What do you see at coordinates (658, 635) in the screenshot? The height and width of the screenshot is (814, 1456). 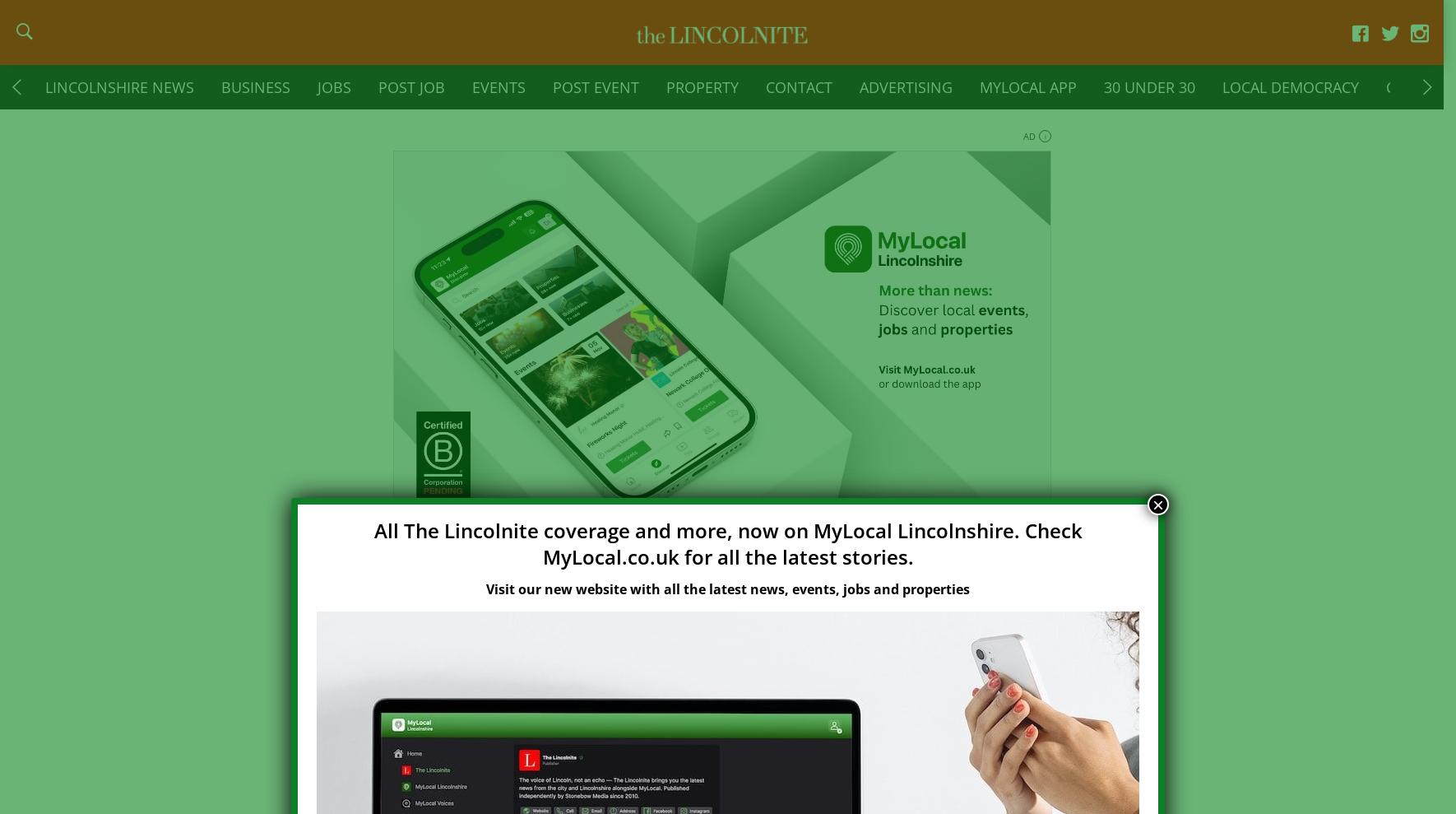 I see `'This story is over 114 months old'` at bounding box center [658, 635].